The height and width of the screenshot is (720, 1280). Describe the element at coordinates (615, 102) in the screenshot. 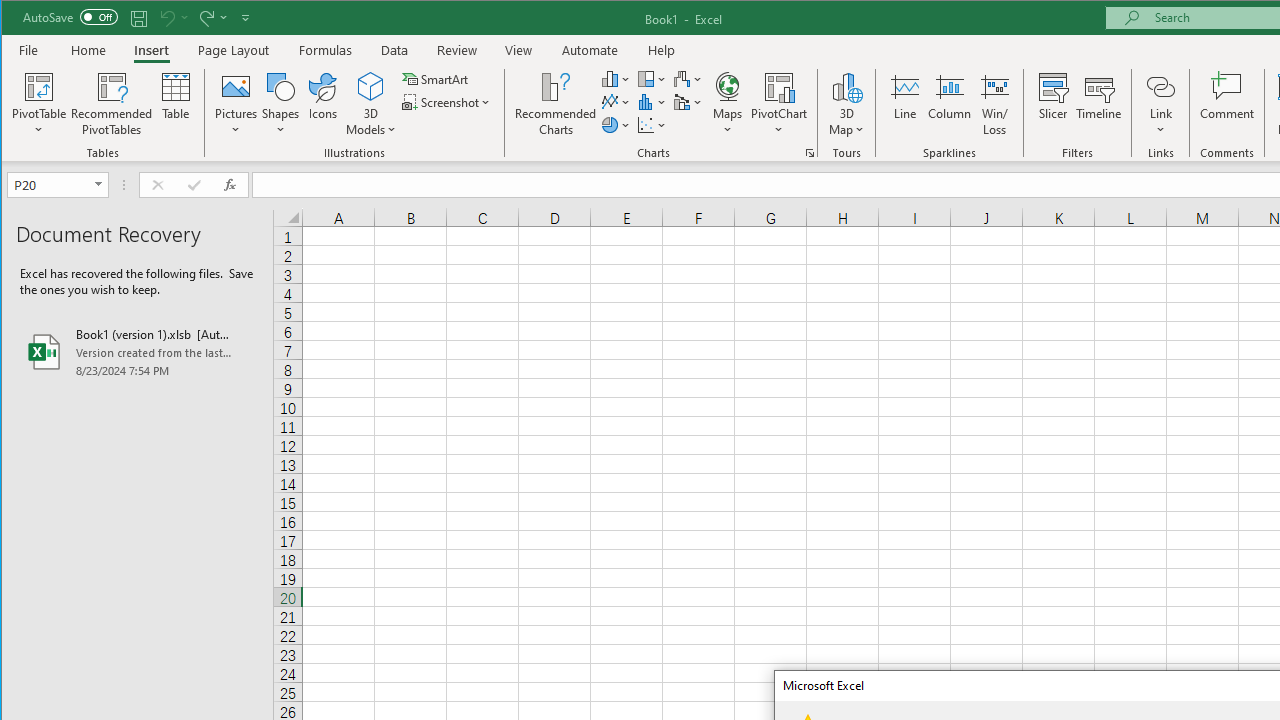

I see `'Insert Line or Area Chart'` at that location.